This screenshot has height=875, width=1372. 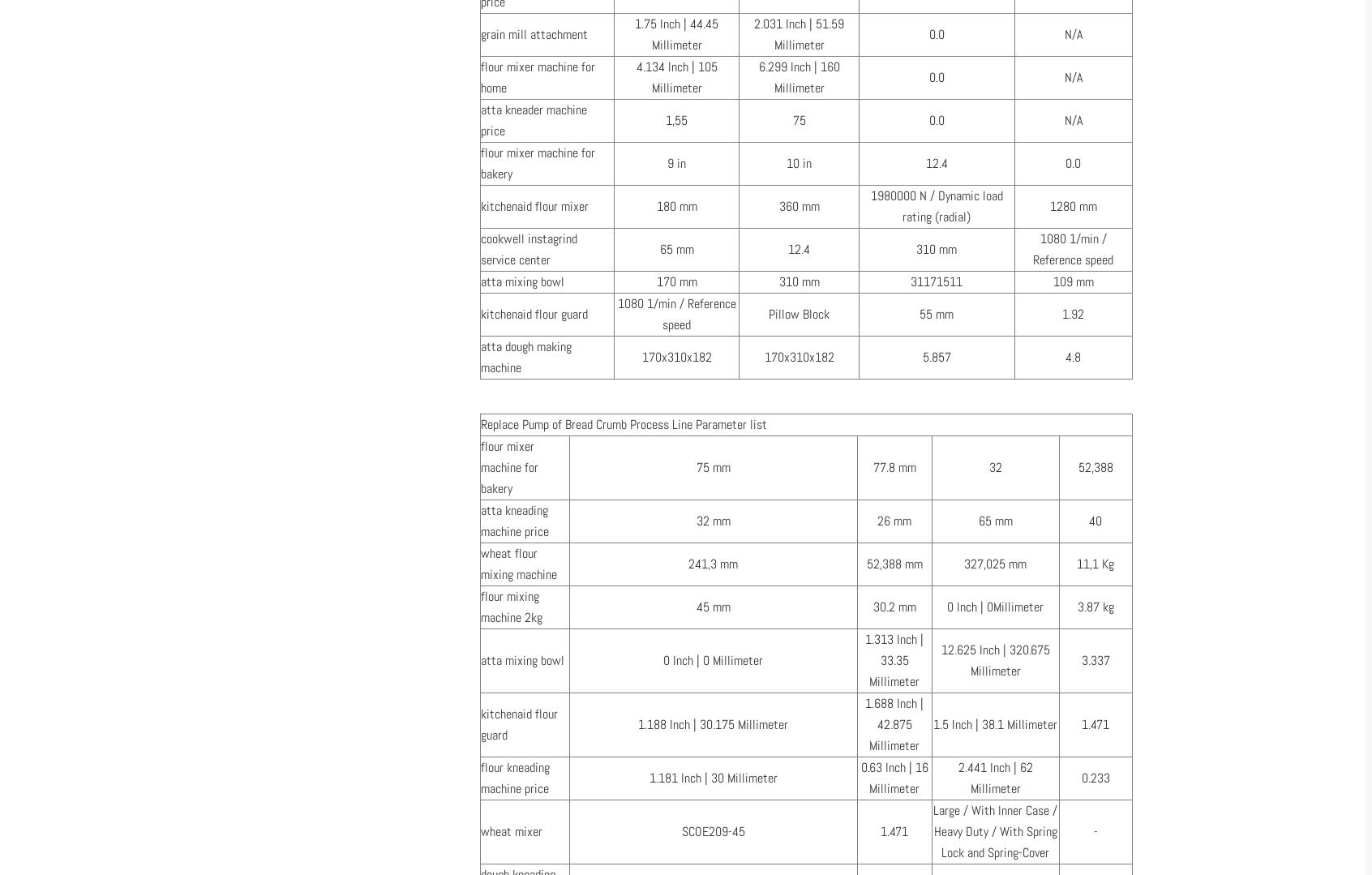 What do you see at coordinates (655, 281) in the screenshot?
I see `'170 mm'` at bounding box center [655, 281].